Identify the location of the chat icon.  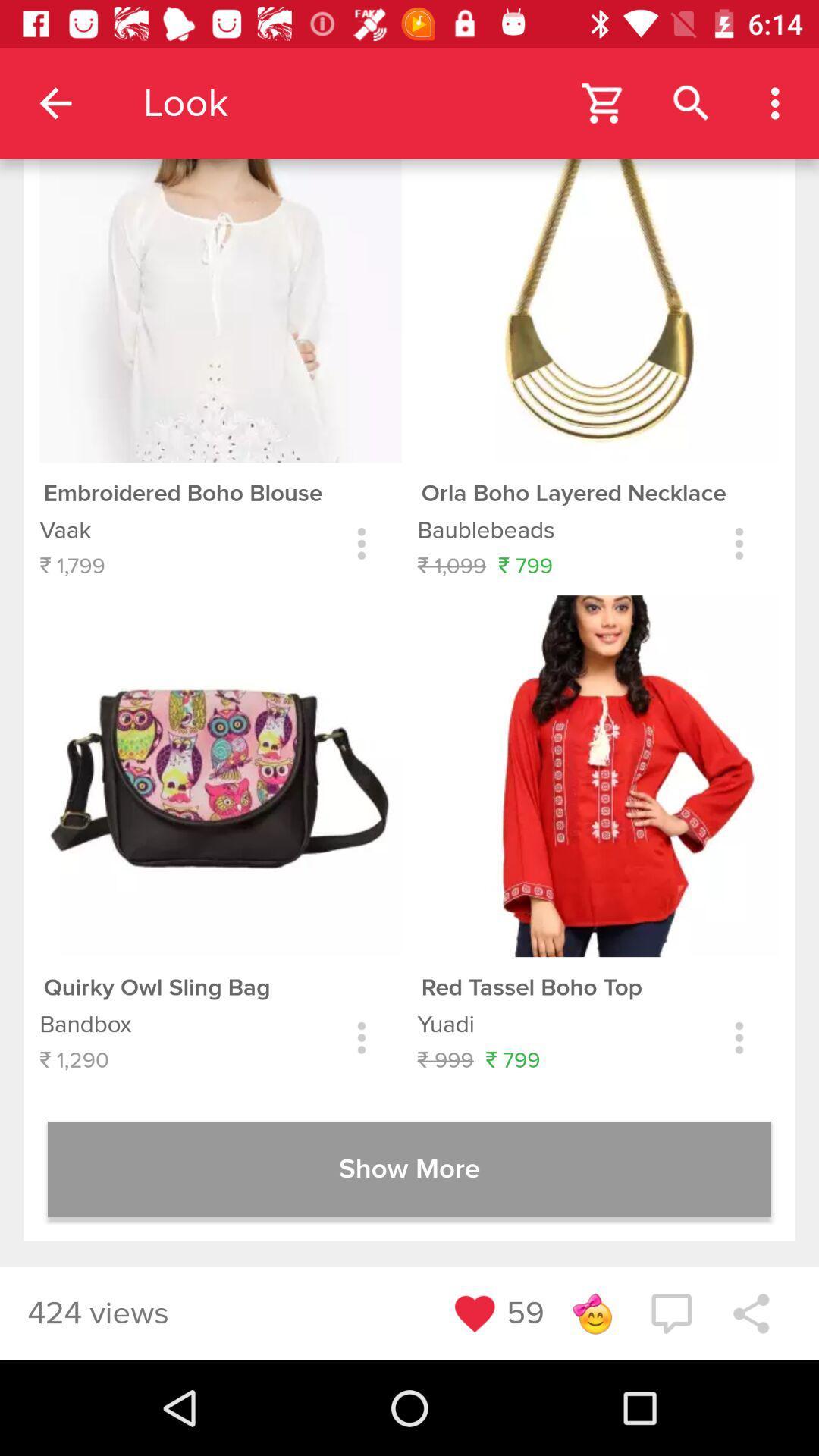
(670, 1313).